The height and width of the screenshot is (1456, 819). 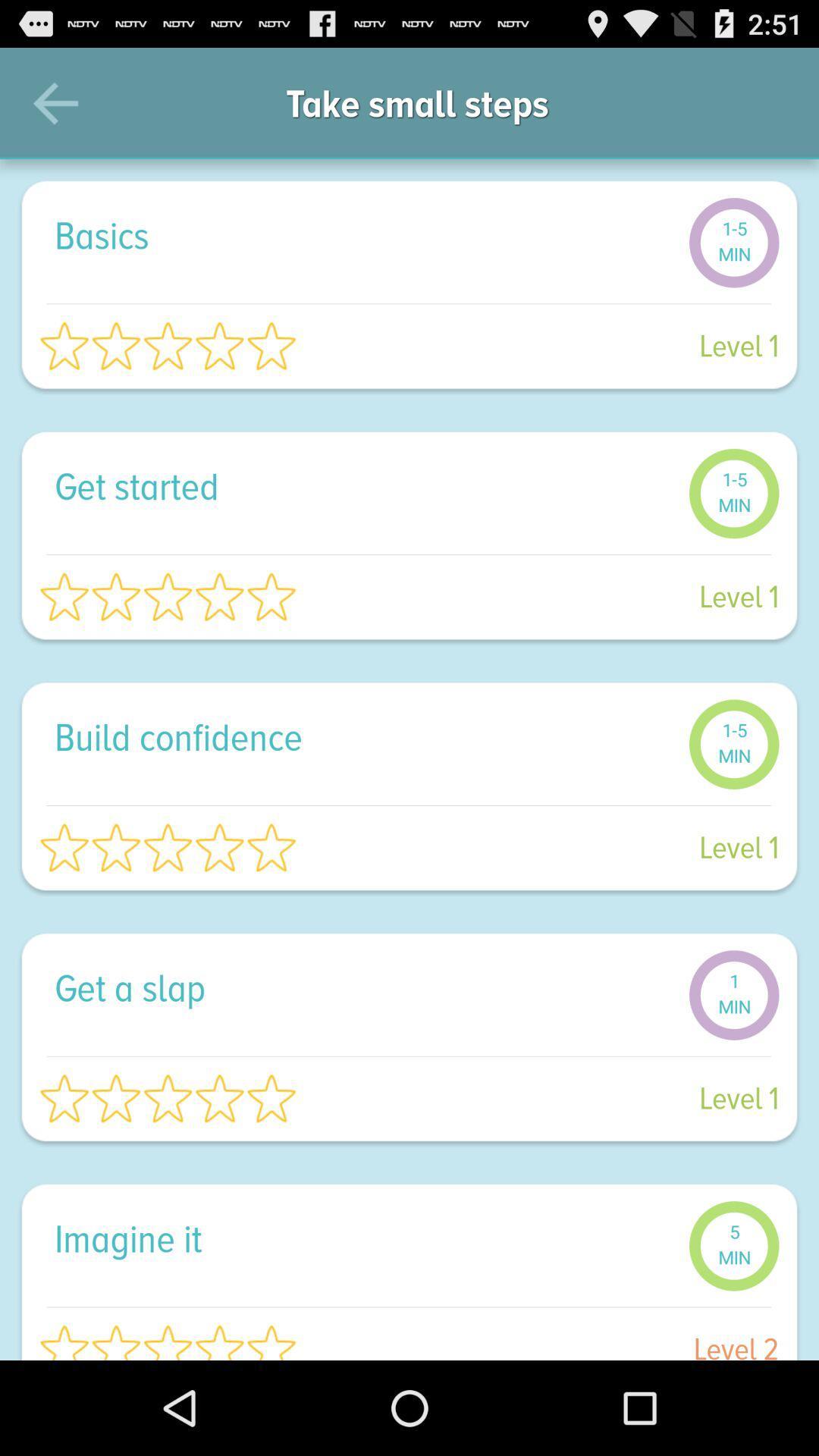 I want to click on icon to the right of take small steps, so click(x=771, y=102).